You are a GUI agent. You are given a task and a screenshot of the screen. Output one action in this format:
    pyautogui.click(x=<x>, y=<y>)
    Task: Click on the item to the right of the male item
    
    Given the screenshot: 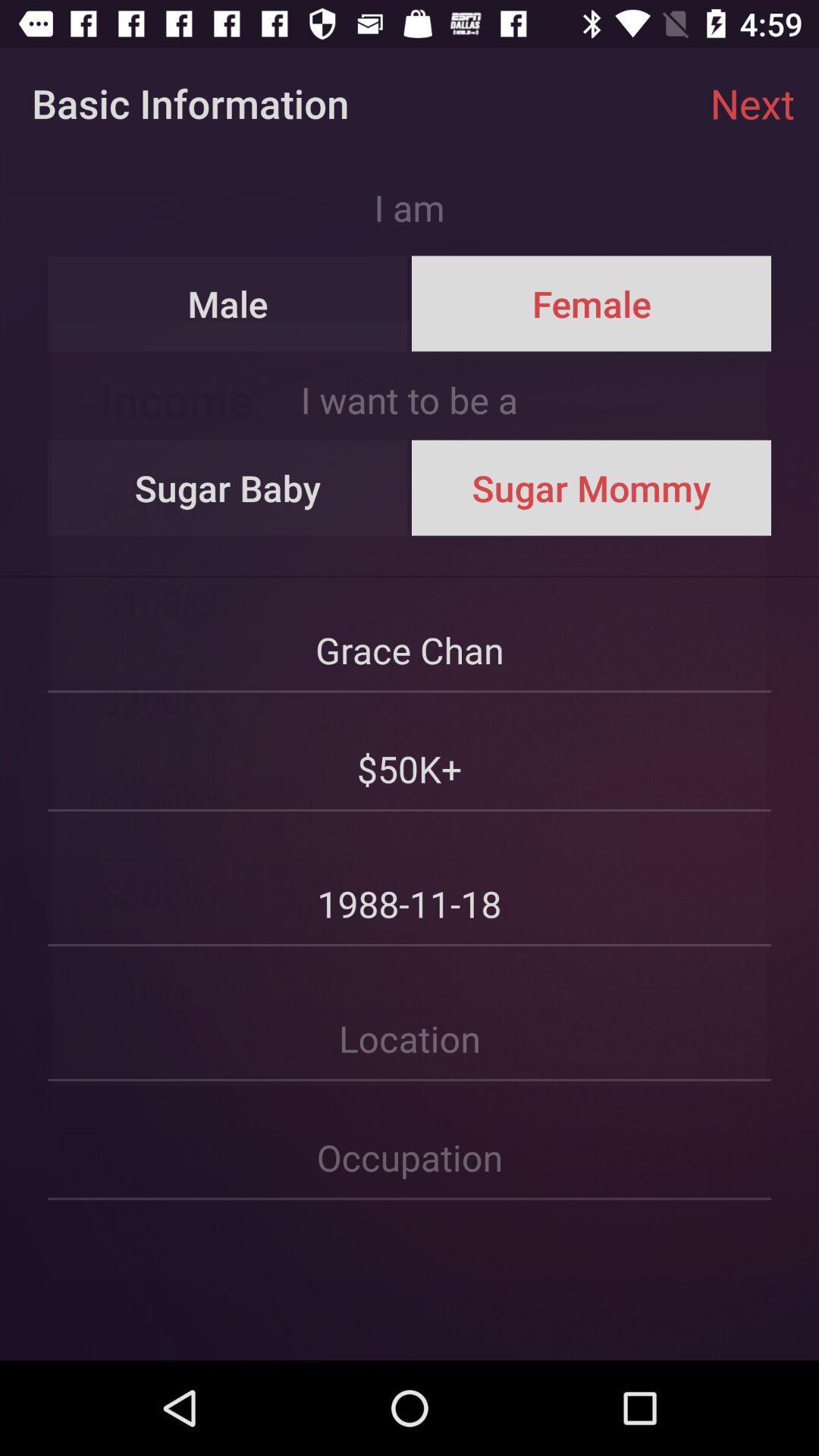 What is the action you would take?
    pyautogui.click(x=590, y=303)
    